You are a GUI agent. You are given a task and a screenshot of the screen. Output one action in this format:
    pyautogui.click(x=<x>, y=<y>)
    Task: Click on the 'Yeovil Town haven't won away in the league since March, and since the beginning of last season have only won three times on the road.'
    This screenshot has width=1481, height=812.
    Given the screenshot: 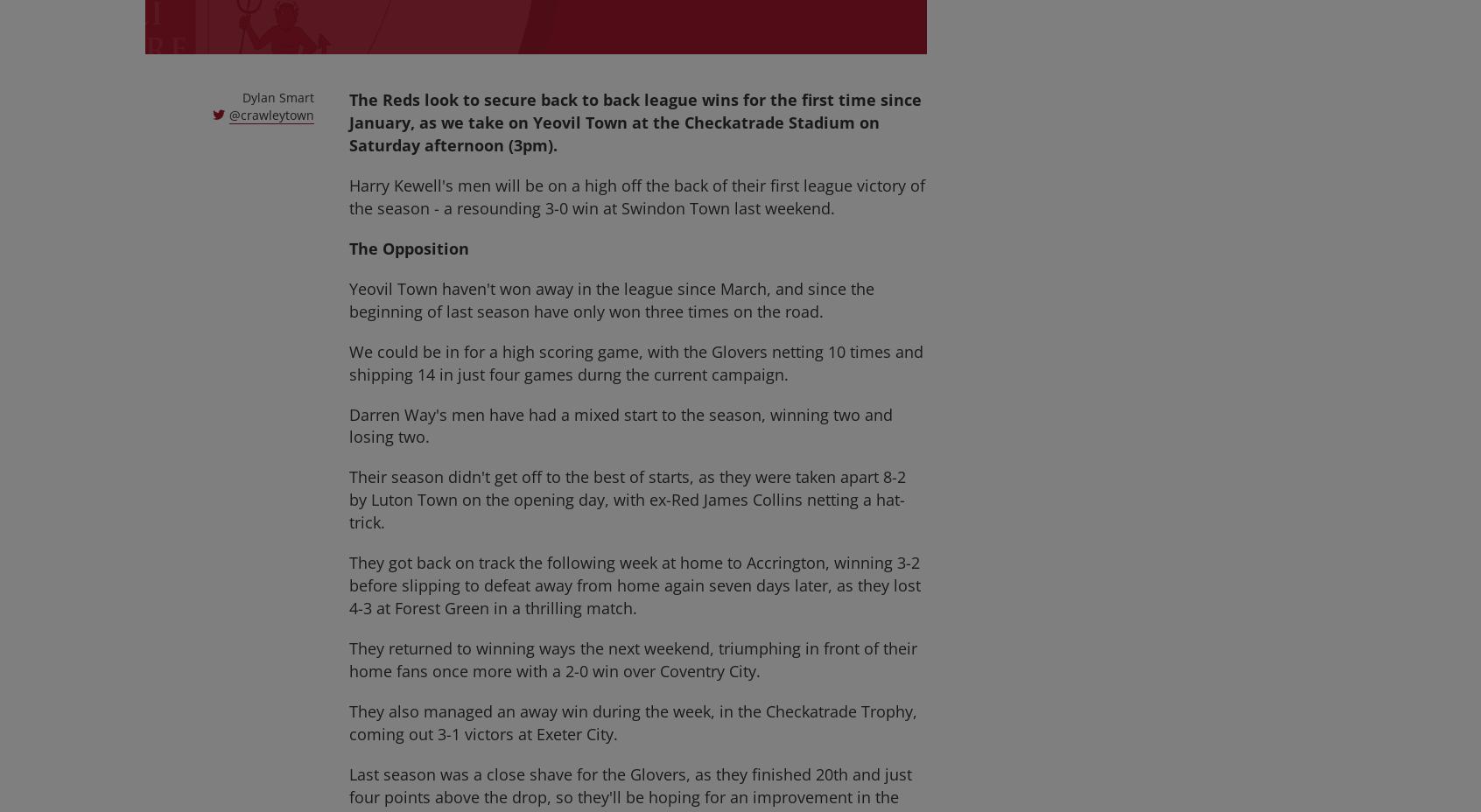 What is the action you would take?
    pyautogui.click(x=611, y=297)
    